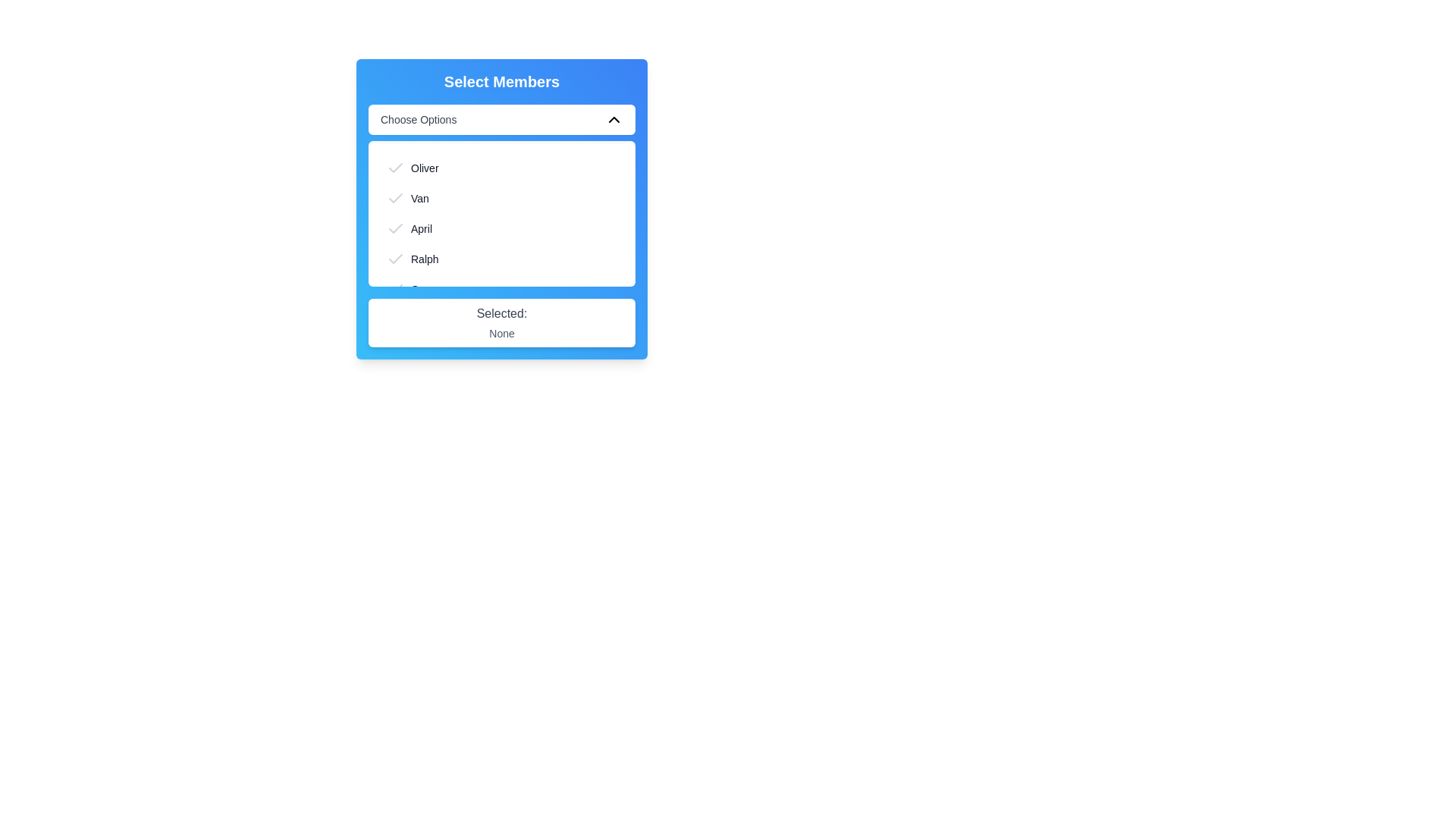 This screenshot has width=1456, height=819. I want to click on the icon next to the list item labeled 'Ralph' in the dropdown menu of the 'Select Members' component, so click(396, 257).